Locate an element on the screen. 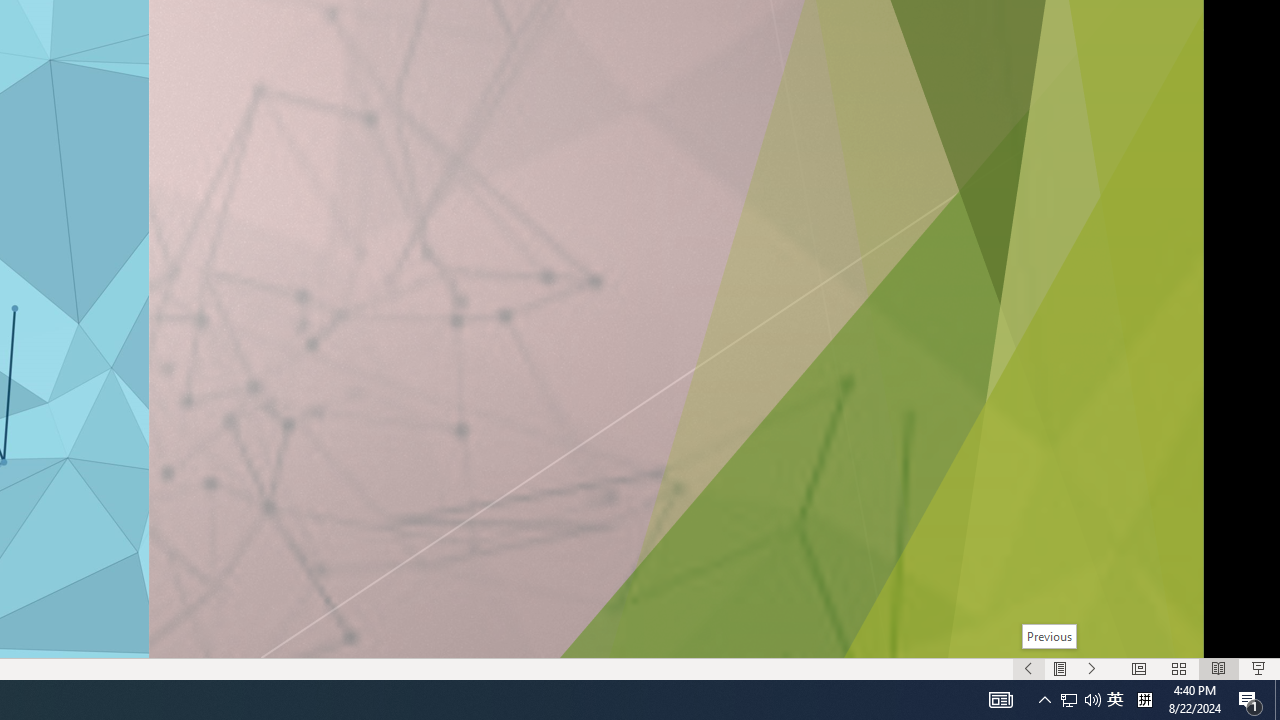 Image resolution: width=1280 pixels, height=720 pixels. 'Previous' is located at coordinates (1047, 636).